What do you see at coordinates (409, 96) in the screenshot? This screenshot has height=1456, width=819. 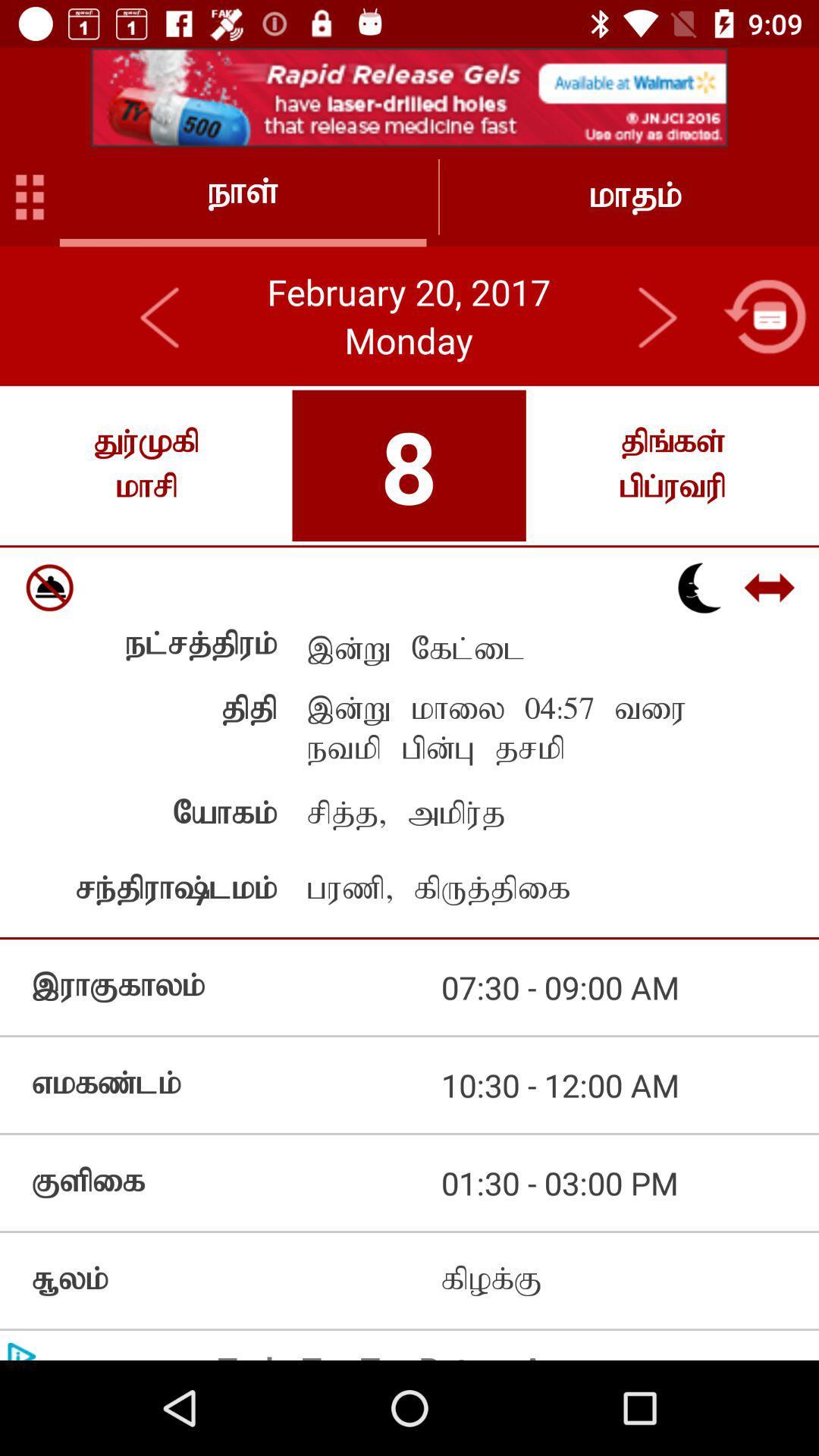 I see `advertisement` at bounding box center [409, 96].